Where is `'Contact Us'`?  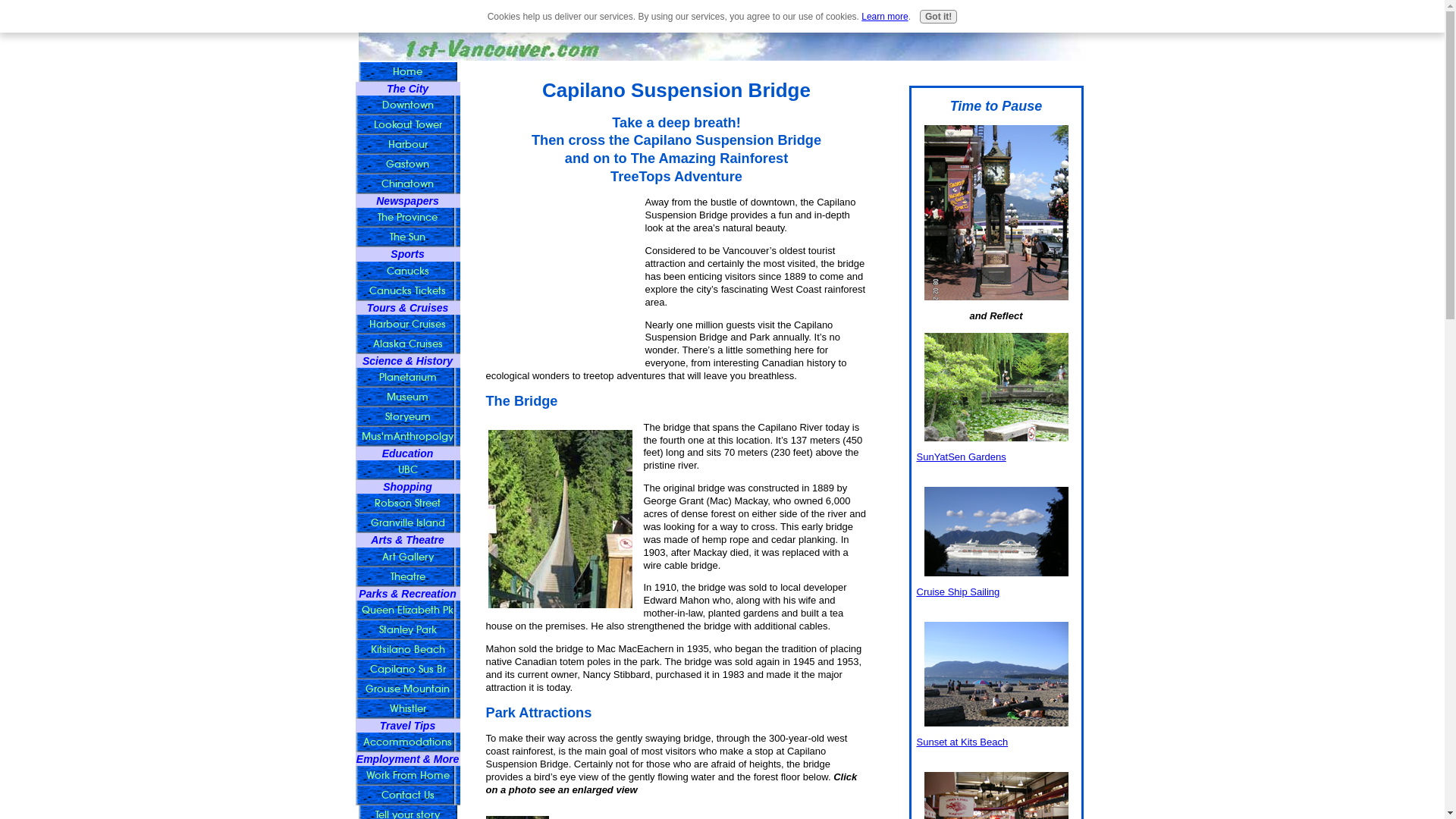
'Contact Us' is located at coordinates (407, 795).